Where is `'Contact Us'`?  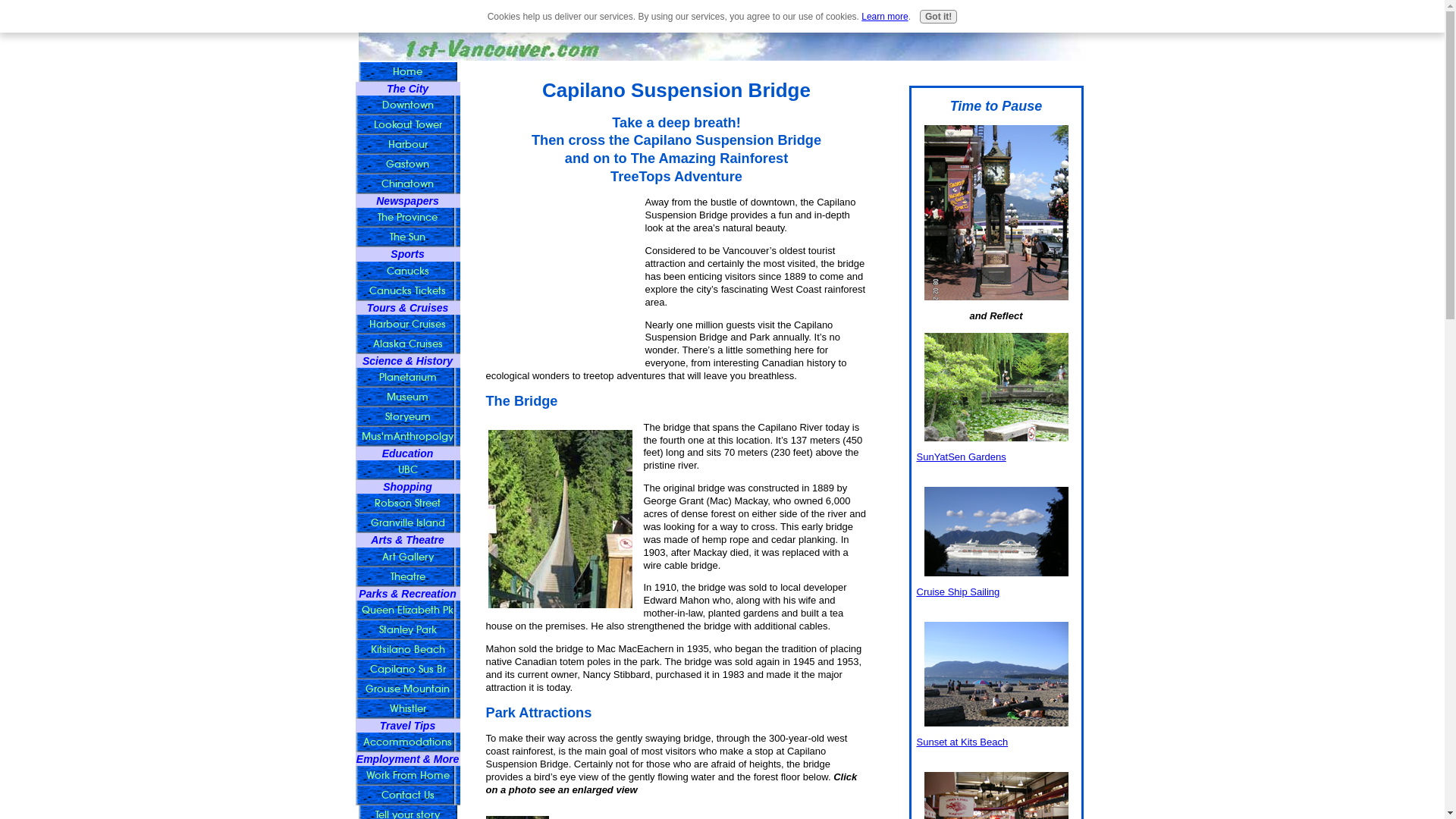
'Contact Us' is located at coordinates (407, 795).